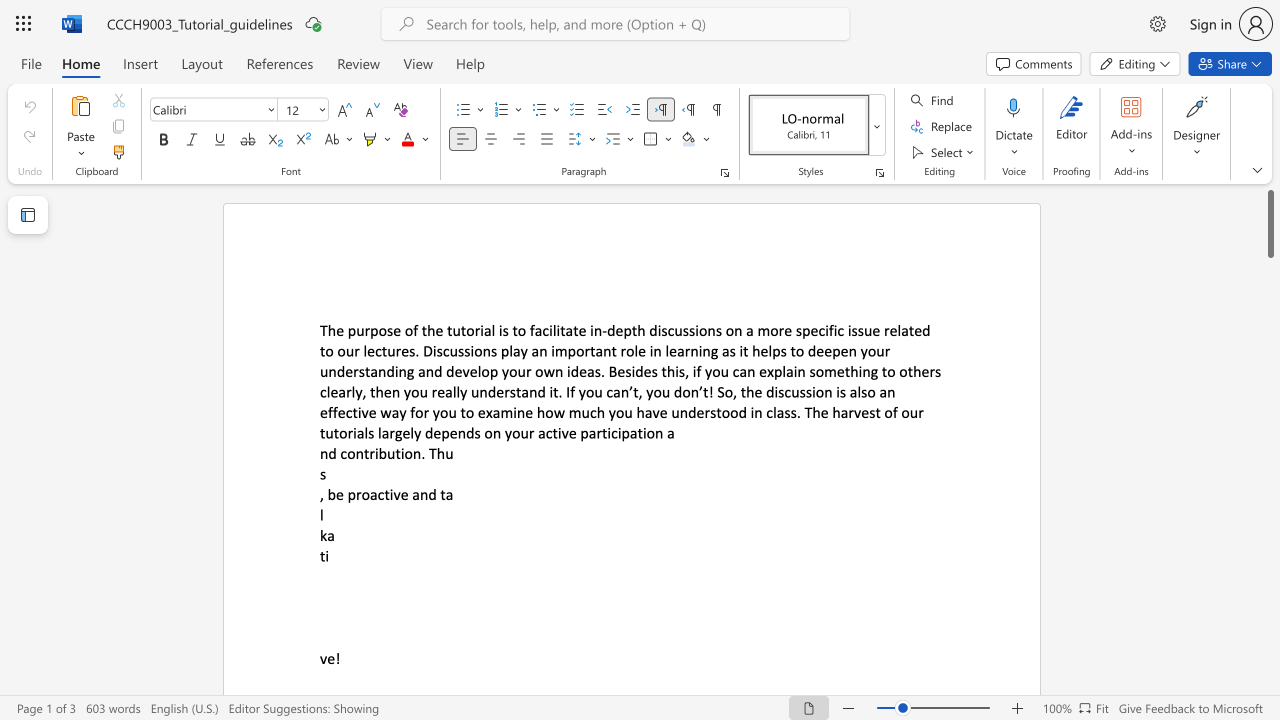 The image size is (1280, 720). What do you see at coordinates (1269, 480) in the screenshot?
I see `the scrollbar to move the page down` at bounding box center [1269, 480].